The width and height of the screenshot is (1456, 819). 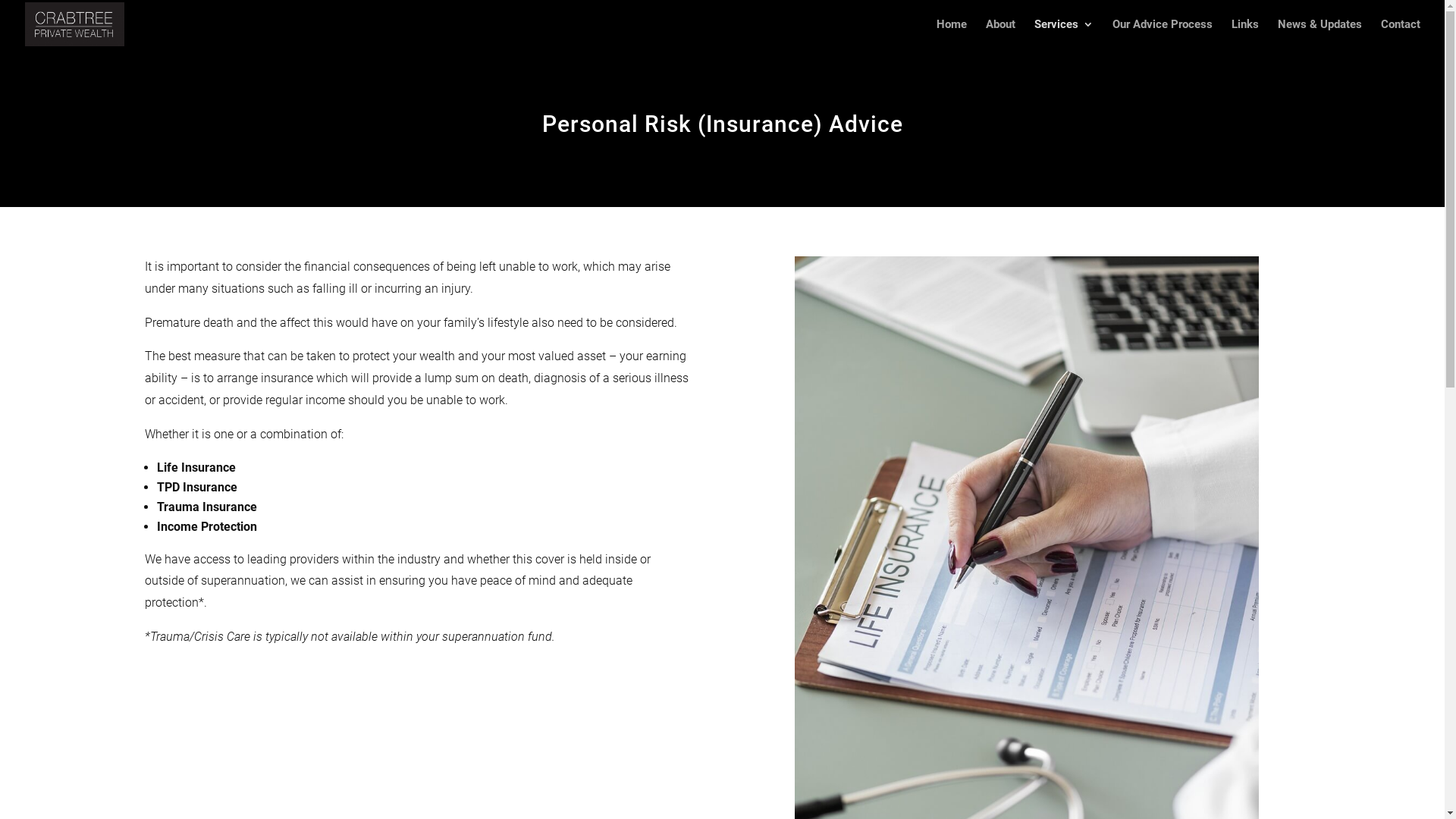 What do you see at coordinates (1161, 33) in the screenshot?
I see `'Our Advice Process'` at bounding box center [1161, 33].